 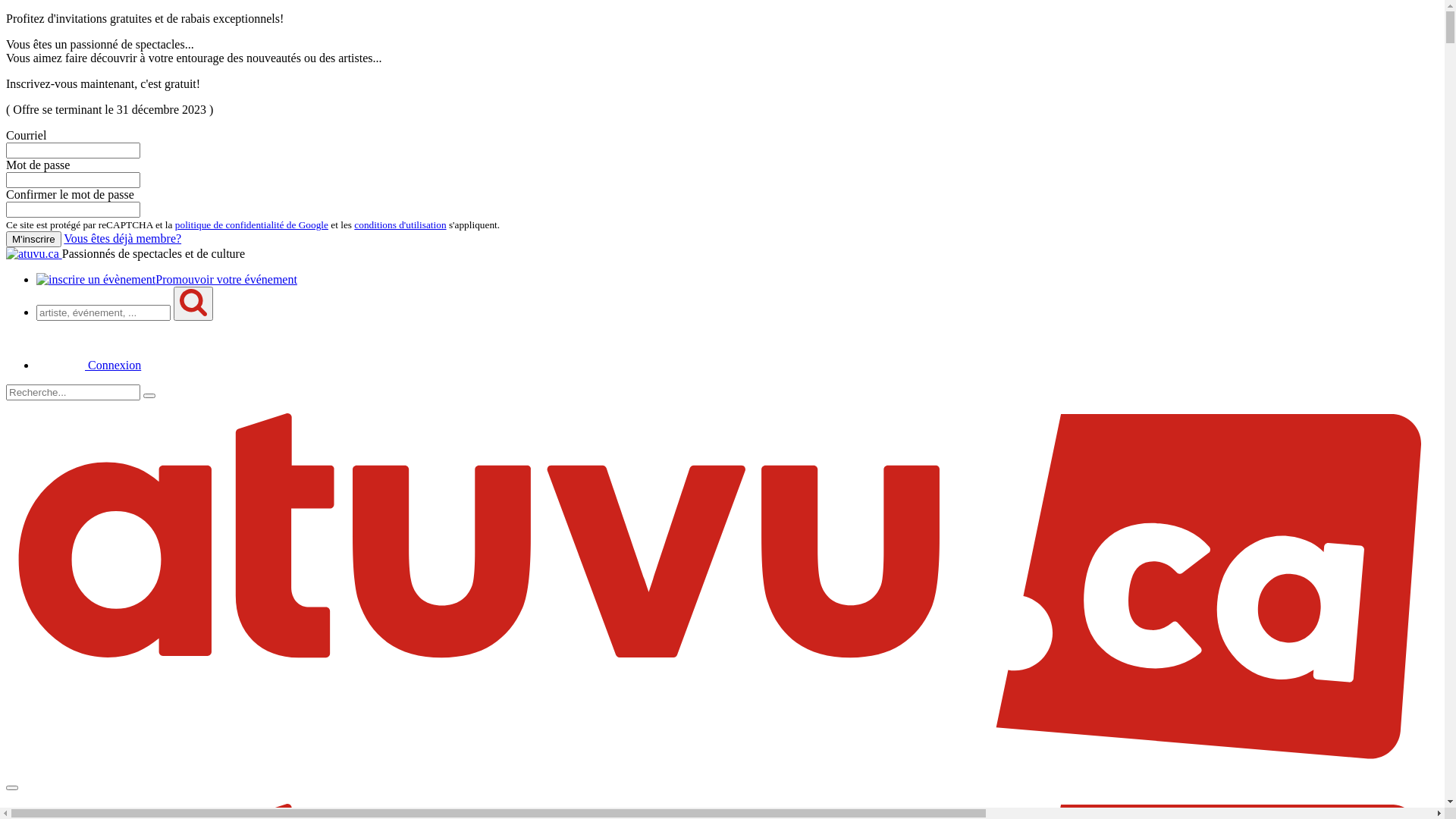 I want to click on 'M'inscrire', so click(x=33, y=239).